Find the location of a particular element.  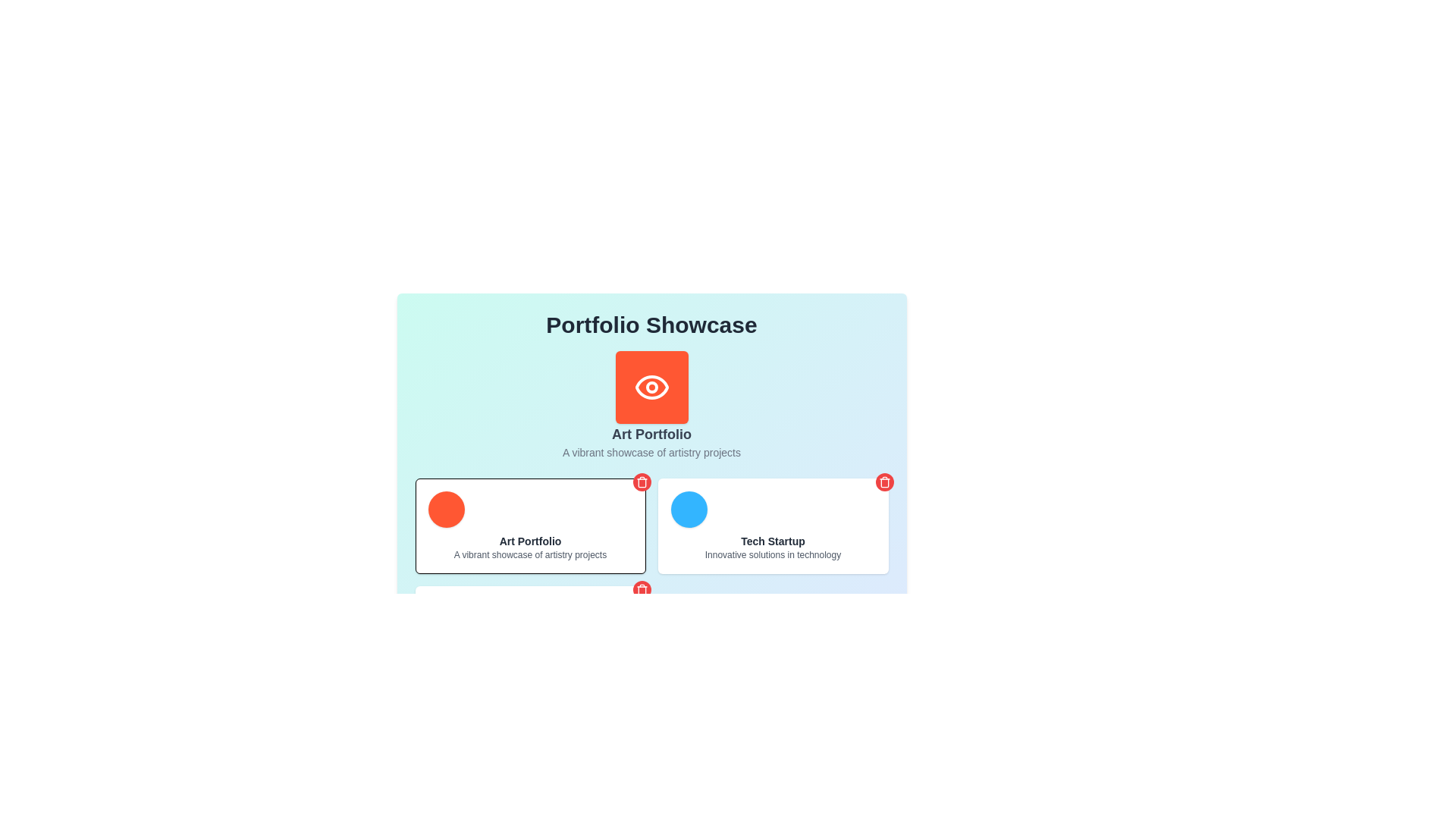

the non-interactive text label providing additional information about 'Tech Startup', located immediately below the 'Tech Startup' text in the right-bottom section of the interface is located at coordinates (773, 555).